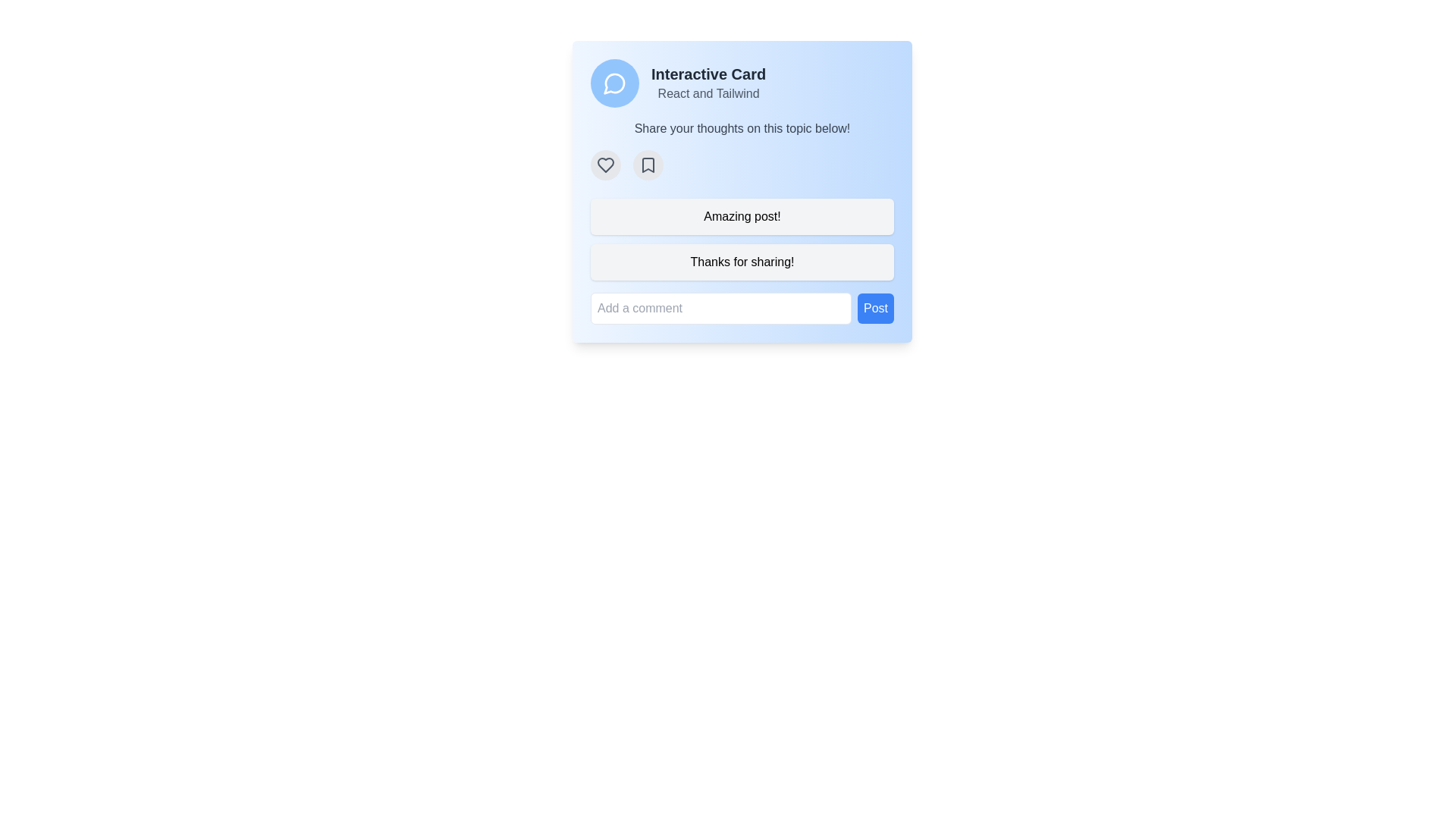  Describe the element at coordinates (876, 308) in the screenshot. I see `the button located at the bottom-right corner of the comment input section` at that location.